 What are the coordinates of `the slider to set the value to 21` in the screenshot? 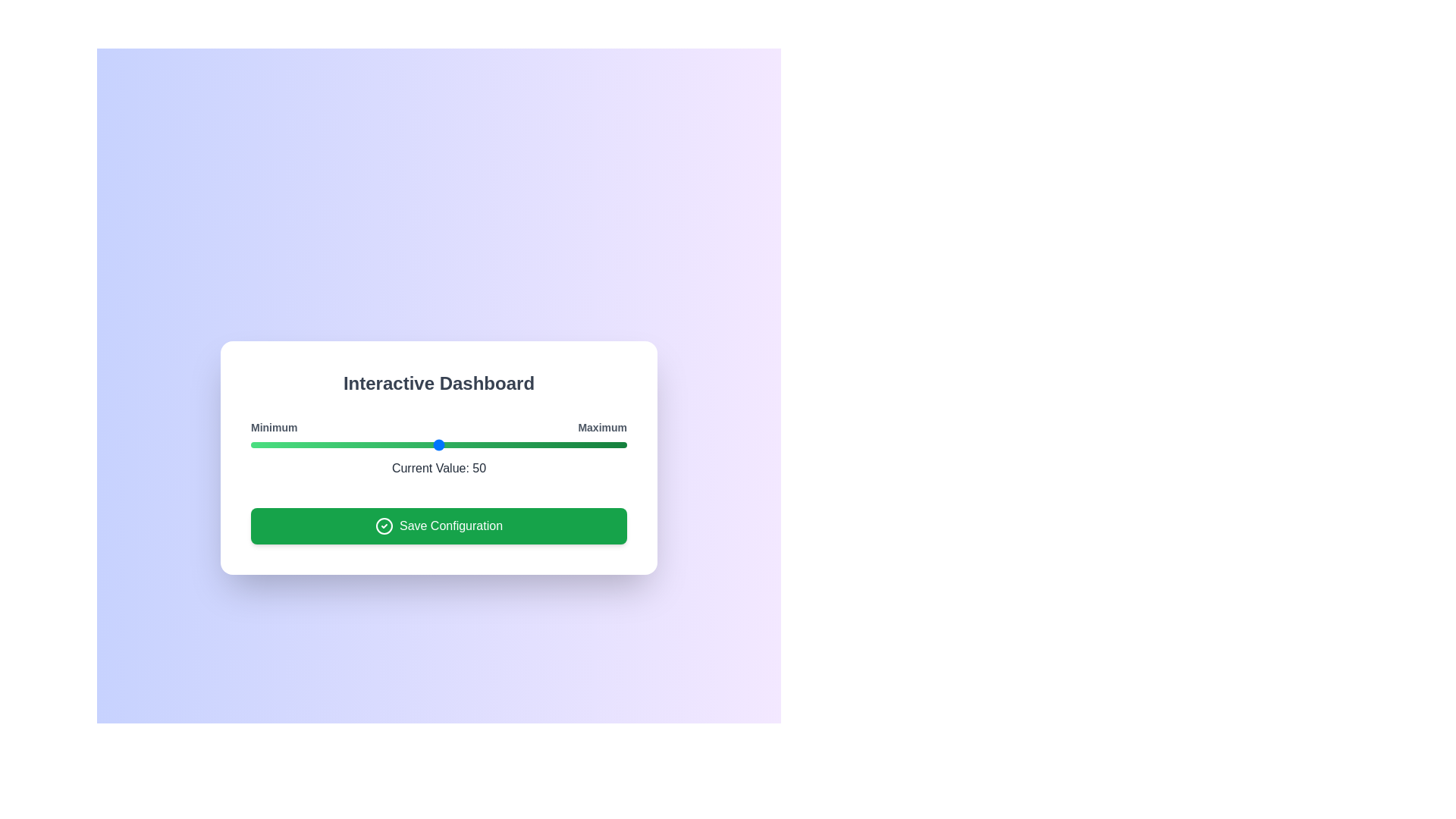 It's located at (329, 444).